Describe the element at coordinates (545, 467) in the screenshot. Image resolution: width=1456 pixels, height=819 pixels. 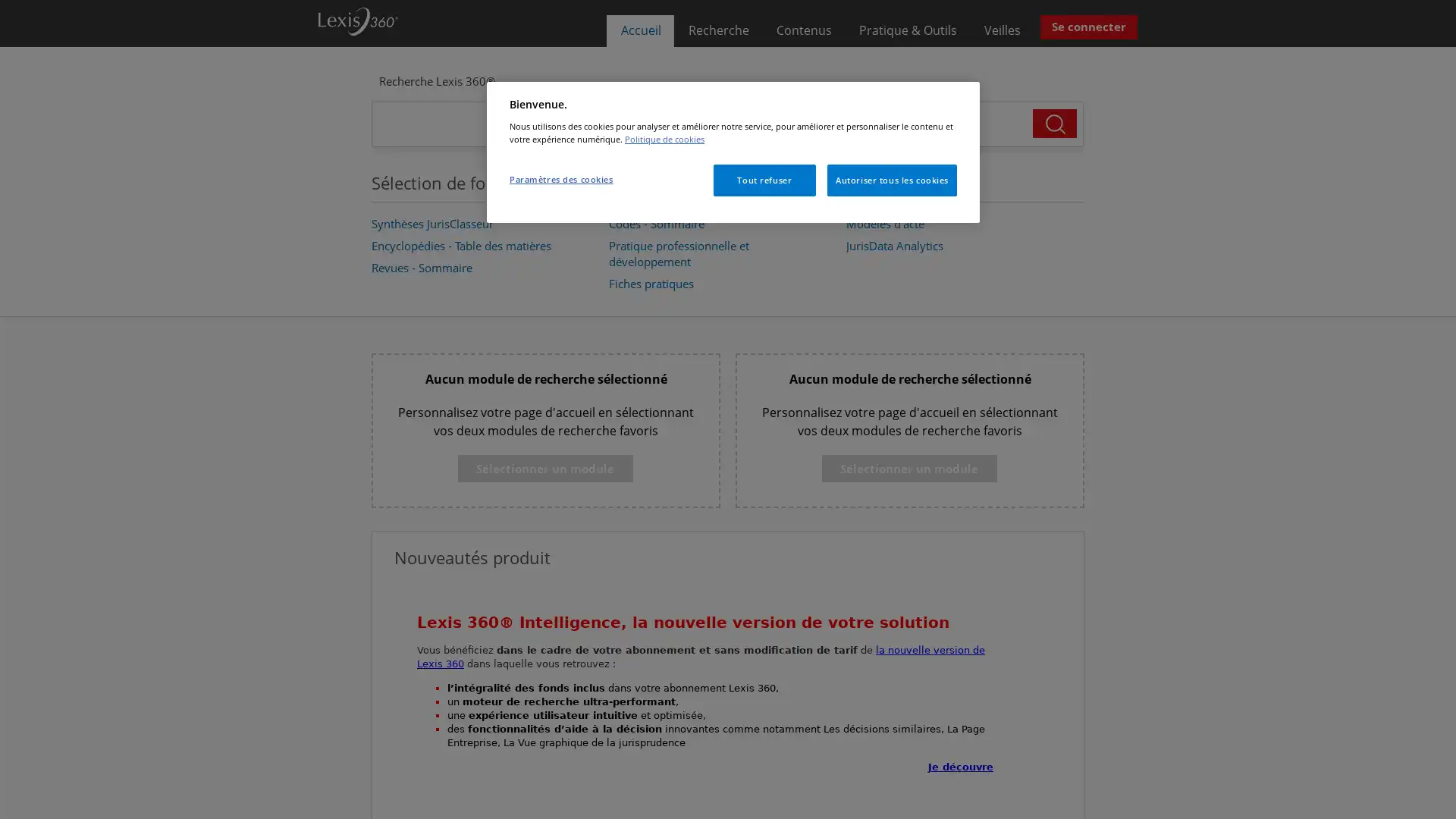
I see `Selectionner un module` at that location.